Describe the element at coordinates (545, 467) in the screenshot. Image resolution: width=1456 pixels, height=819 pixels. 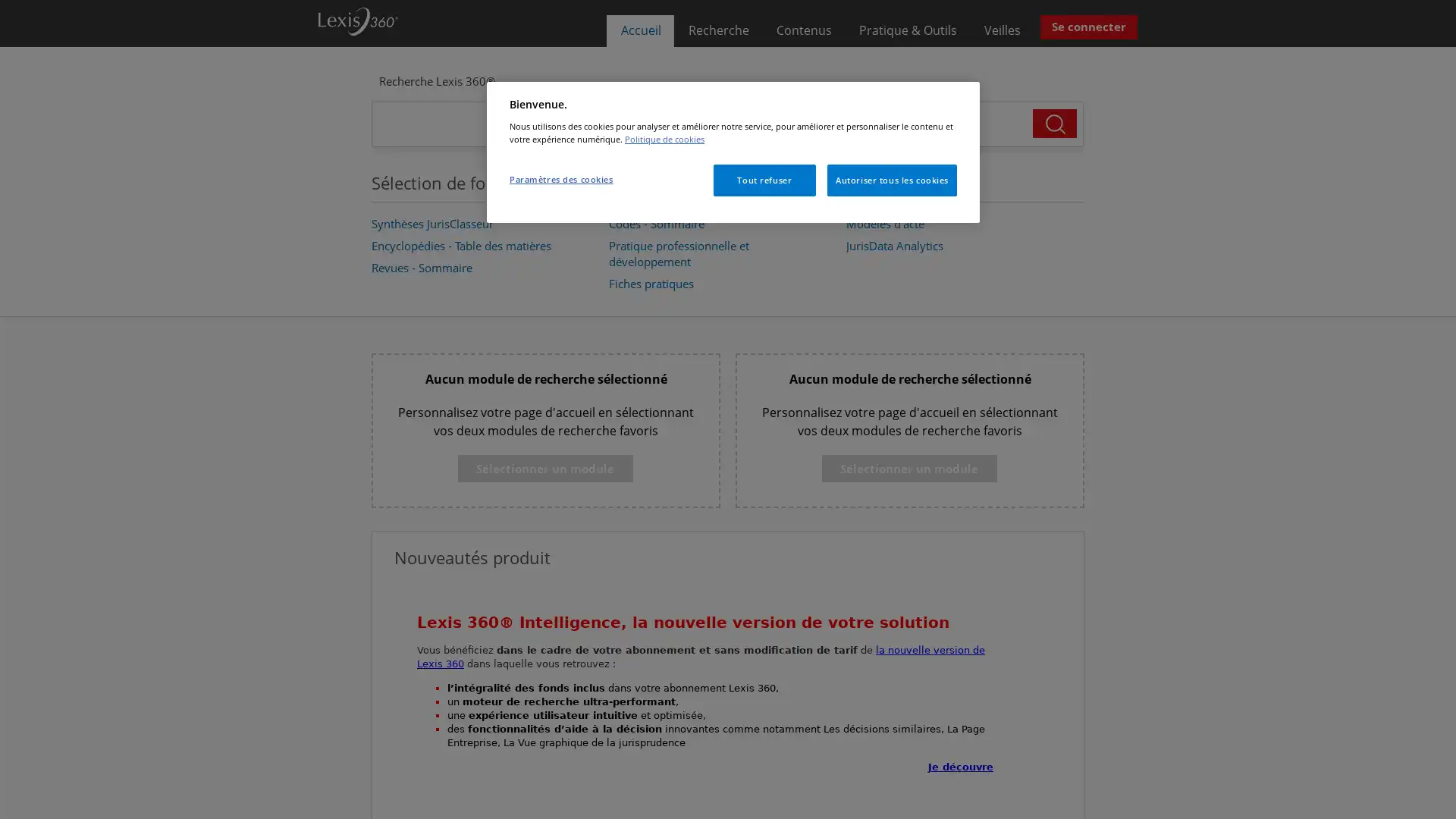
I see `Selectionner un module` at that location.